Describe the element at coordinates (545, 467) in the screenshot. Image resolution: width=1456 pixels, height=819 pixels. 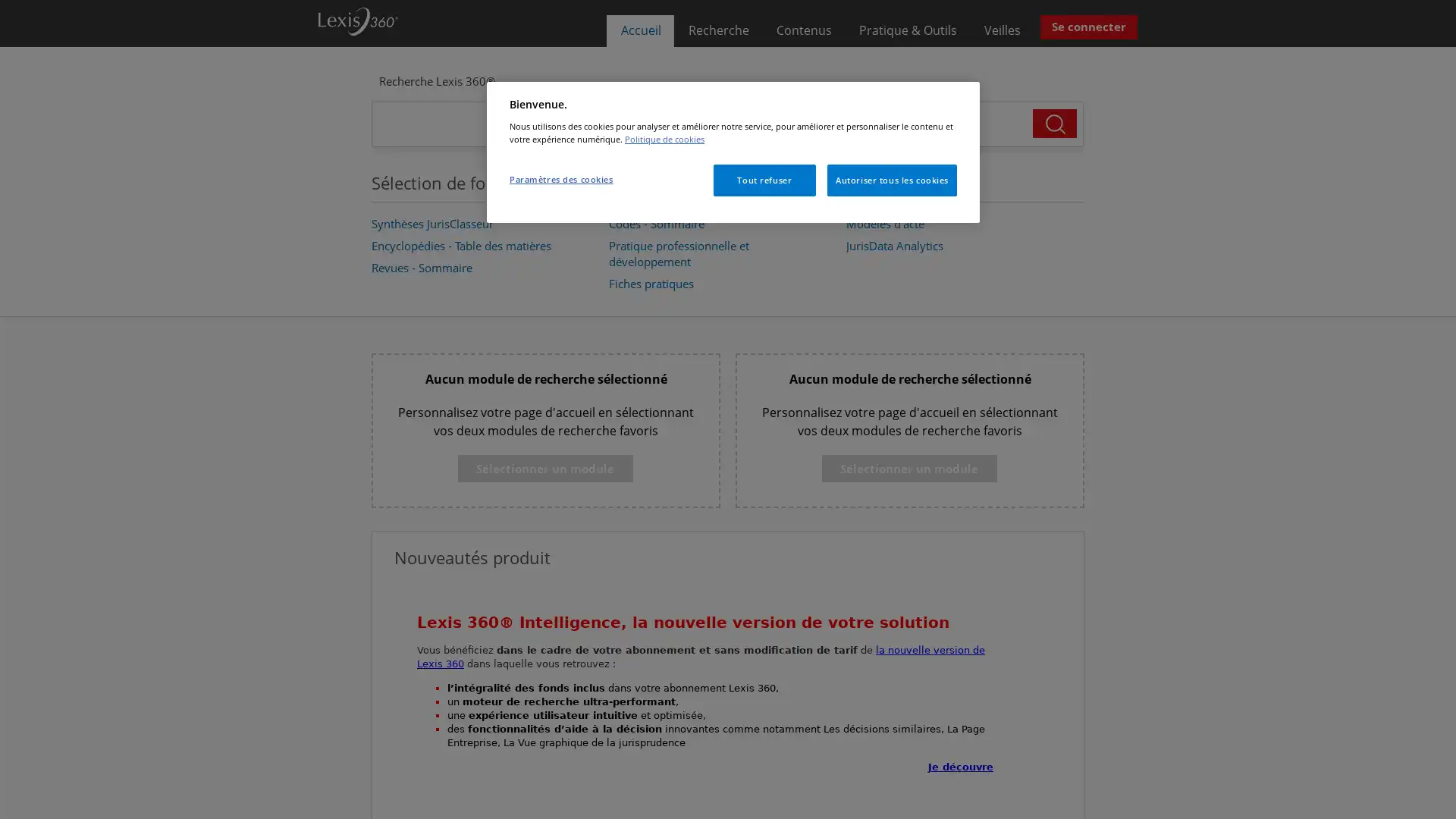
I see `Selectionner un module` at that location.